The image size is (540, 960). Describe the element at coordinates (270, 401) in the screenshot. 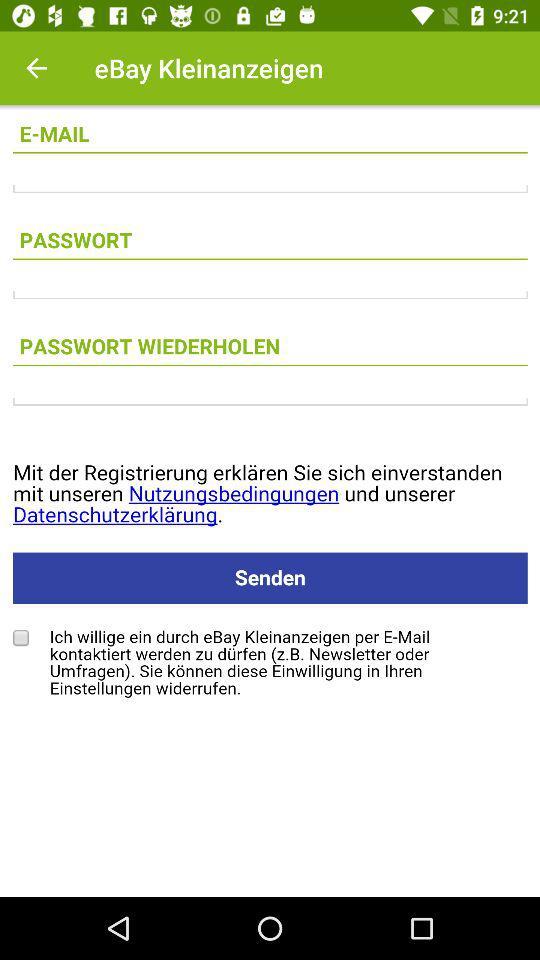

I see `login` at that location.